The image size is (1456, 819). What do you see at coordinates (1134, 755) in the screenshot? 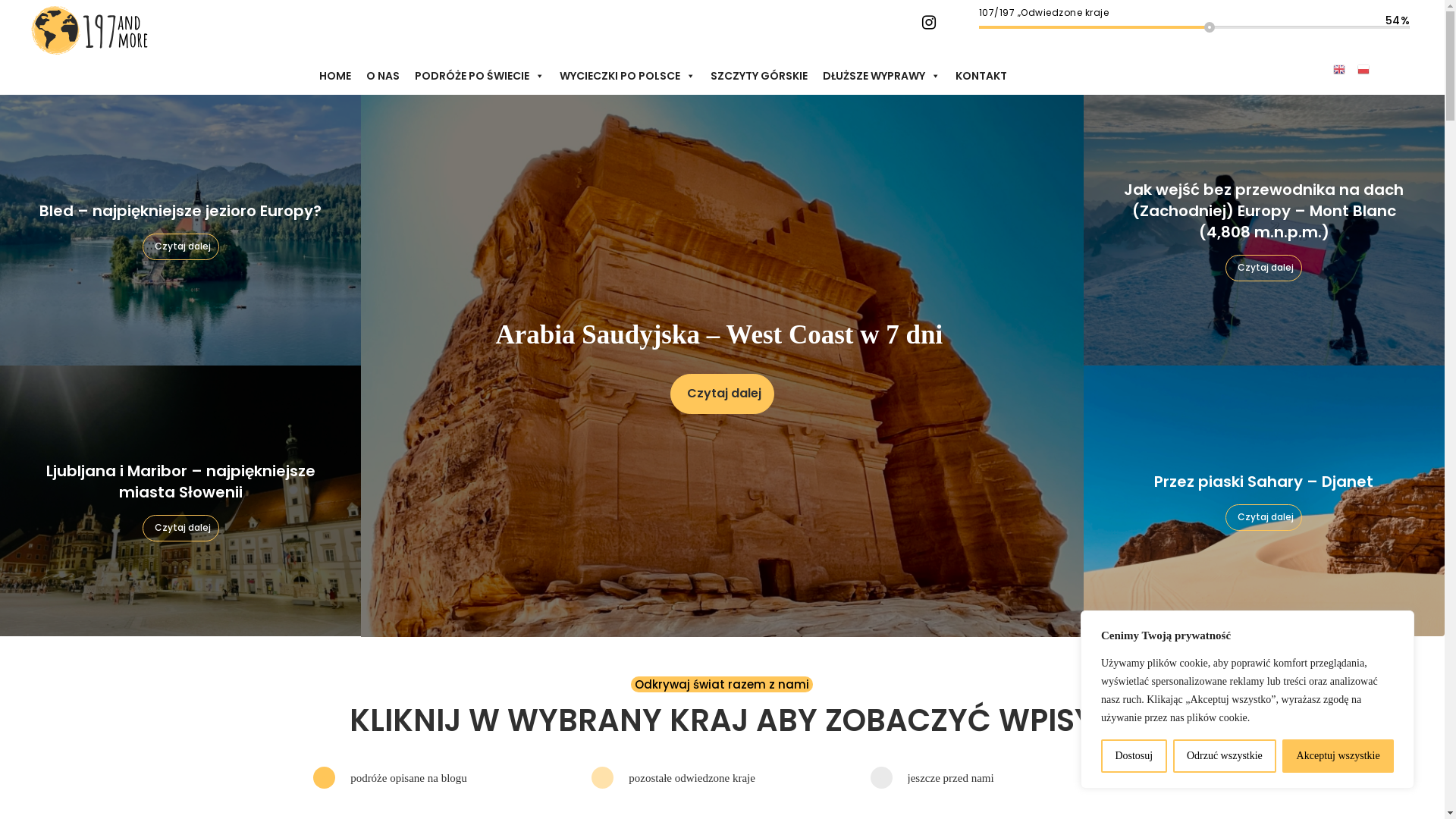
I see `'Dostosuj'` at bounding box center [1134, 755].